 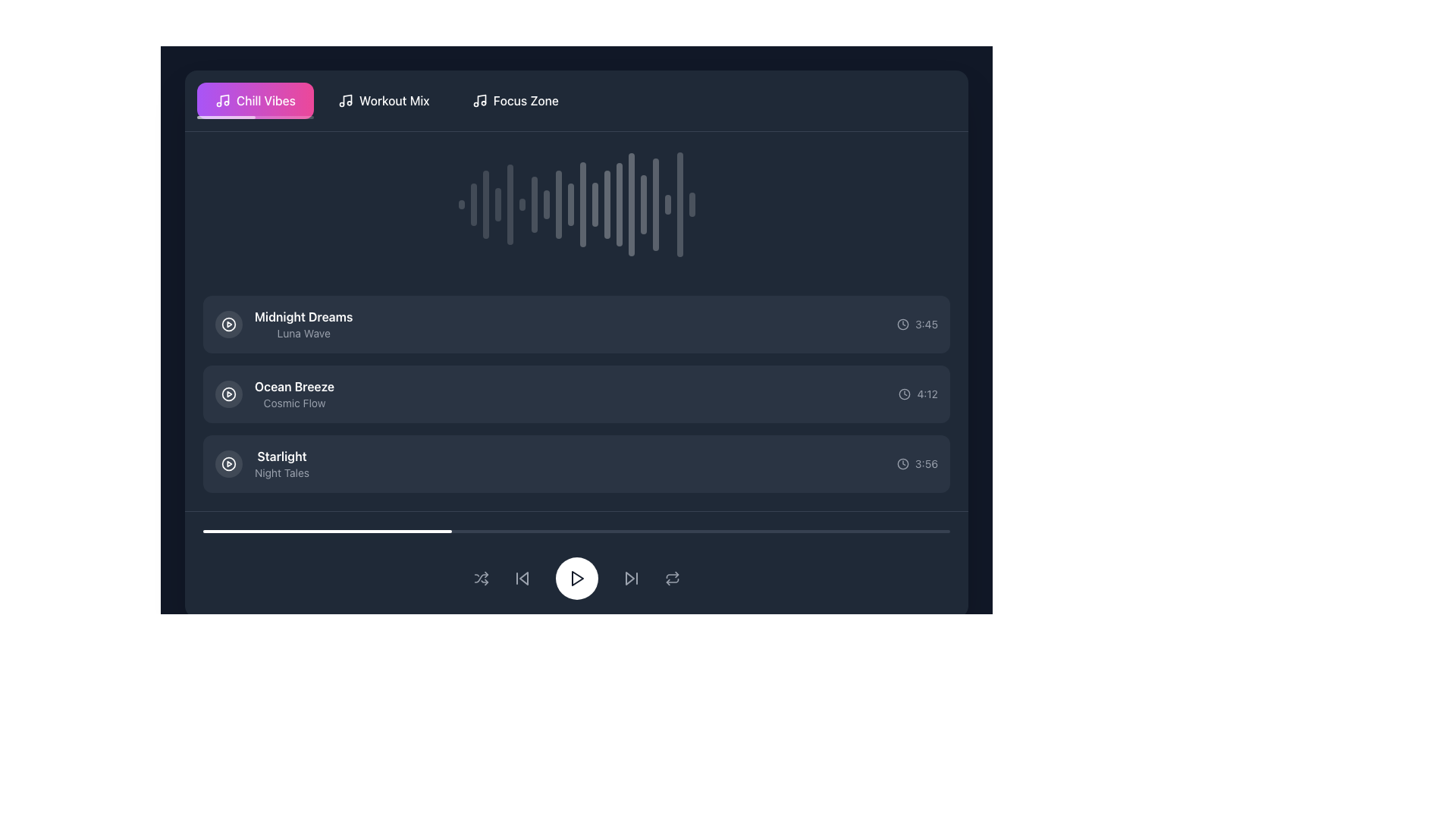 I want to click on the 'Cosmic Flow' text label, which is located directly below the 'Ocean Breeze' title in the list of entries, so click(x=294, y=403).